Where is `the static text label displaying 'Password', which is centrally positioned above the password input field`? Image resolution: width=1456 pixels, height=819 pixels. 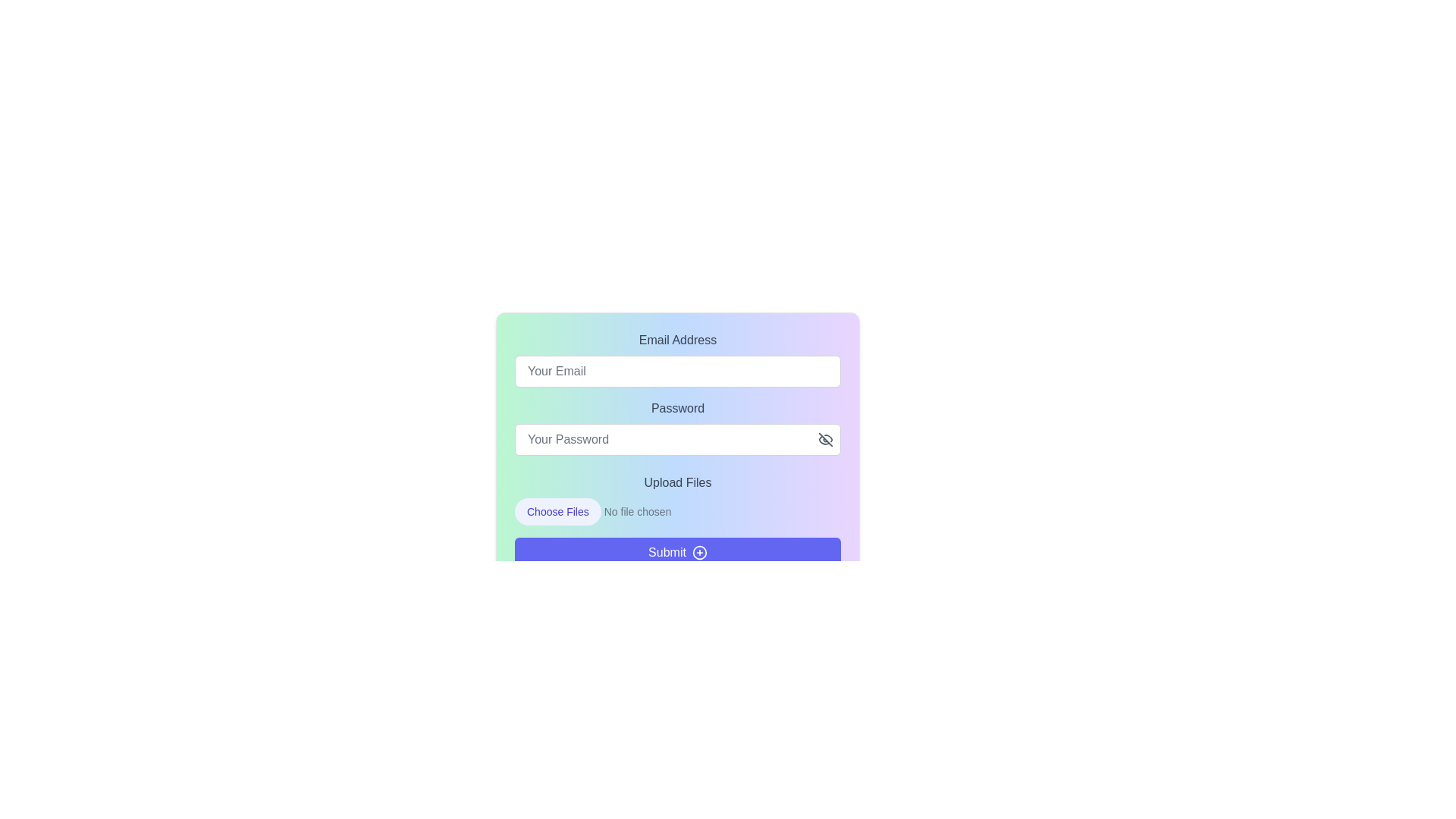 the static text label displaying 'Password', which is centrally positioned above the password input field is located at coordinates (676, 408).